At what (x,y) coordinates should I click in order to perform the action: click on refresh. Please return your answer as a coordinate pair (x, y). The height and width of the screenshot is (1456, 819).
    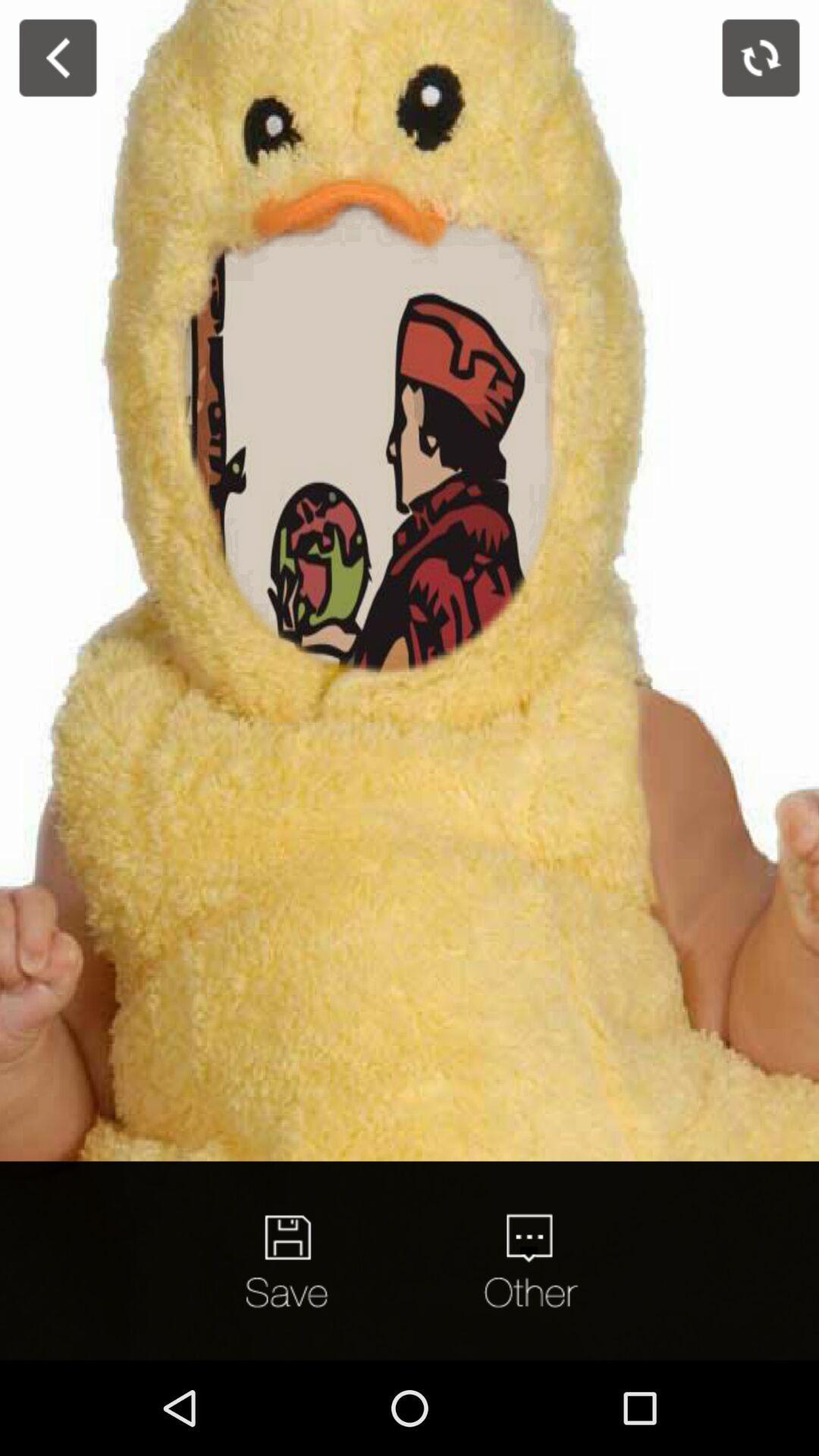
    Looking at the image, I should click on (761, 58).